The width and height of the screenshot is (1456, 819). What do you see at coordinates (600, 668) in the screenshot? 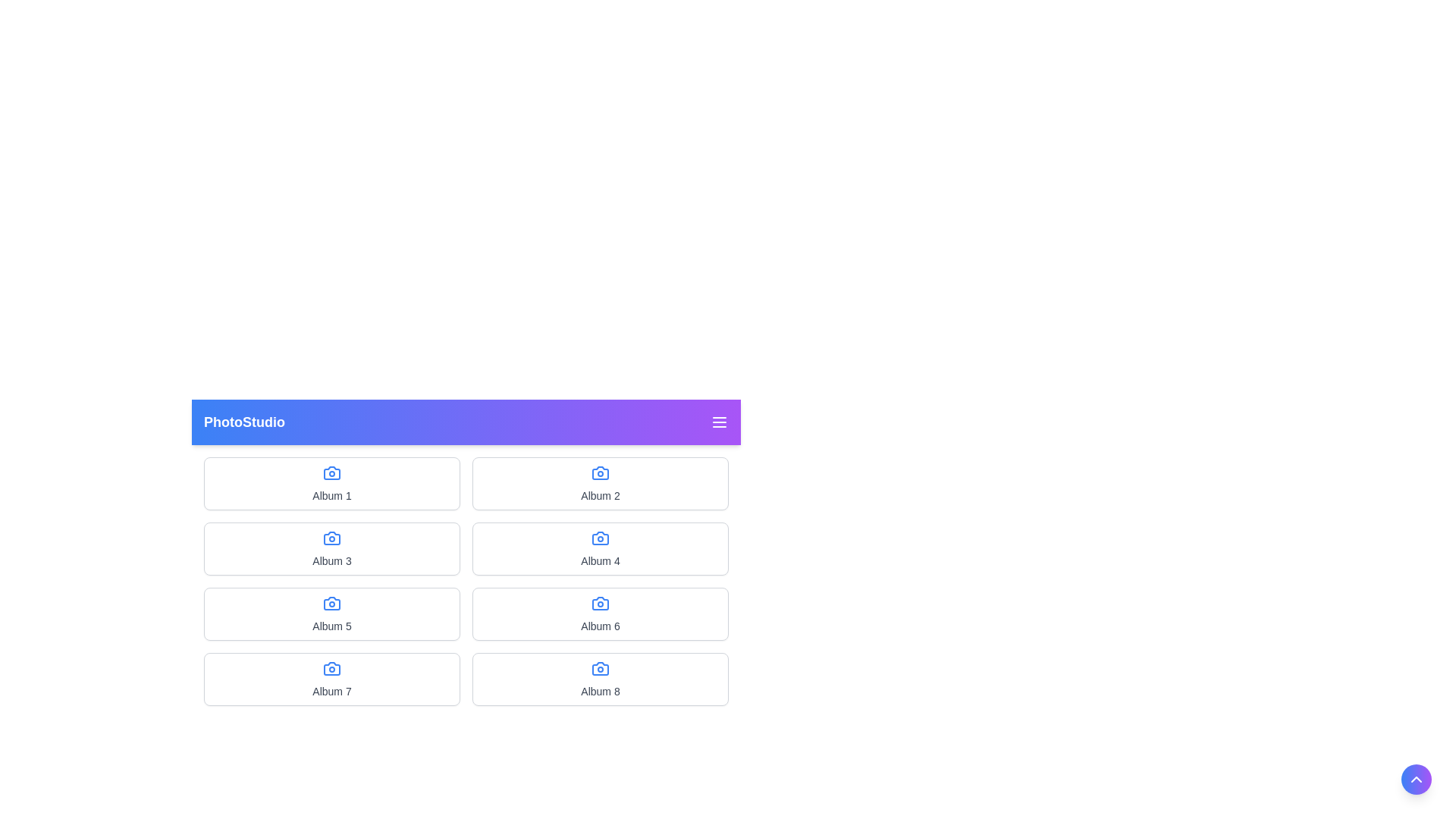
I see `the blue camera icon outline, which is part of the eighth album card in the second column of the fourth row` at bounding box center [600, 668].